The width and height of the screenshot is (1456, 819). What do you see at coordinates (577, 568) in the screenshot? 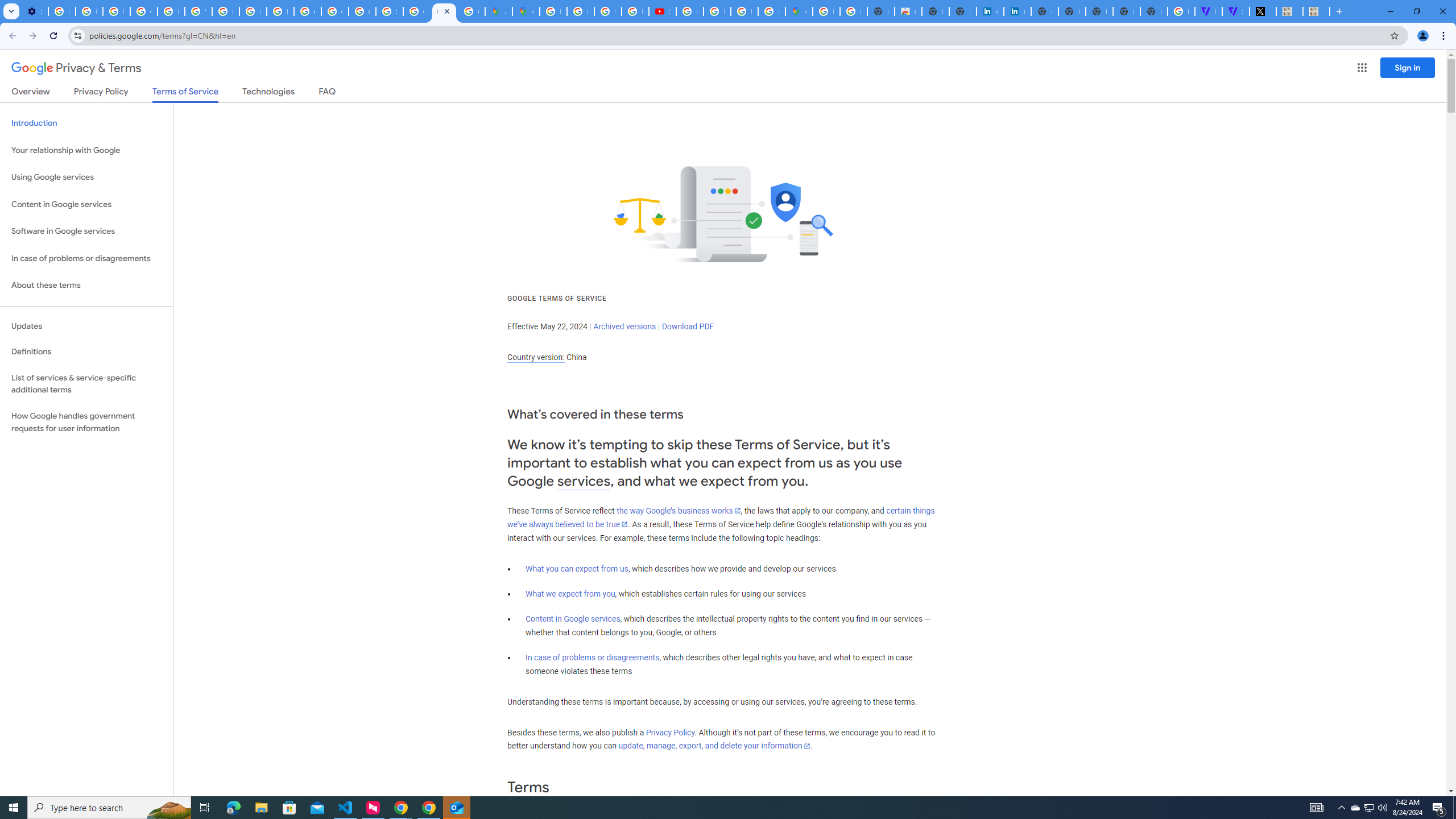
I see `'What you can expect from us'` at bounding box center [577, 568].